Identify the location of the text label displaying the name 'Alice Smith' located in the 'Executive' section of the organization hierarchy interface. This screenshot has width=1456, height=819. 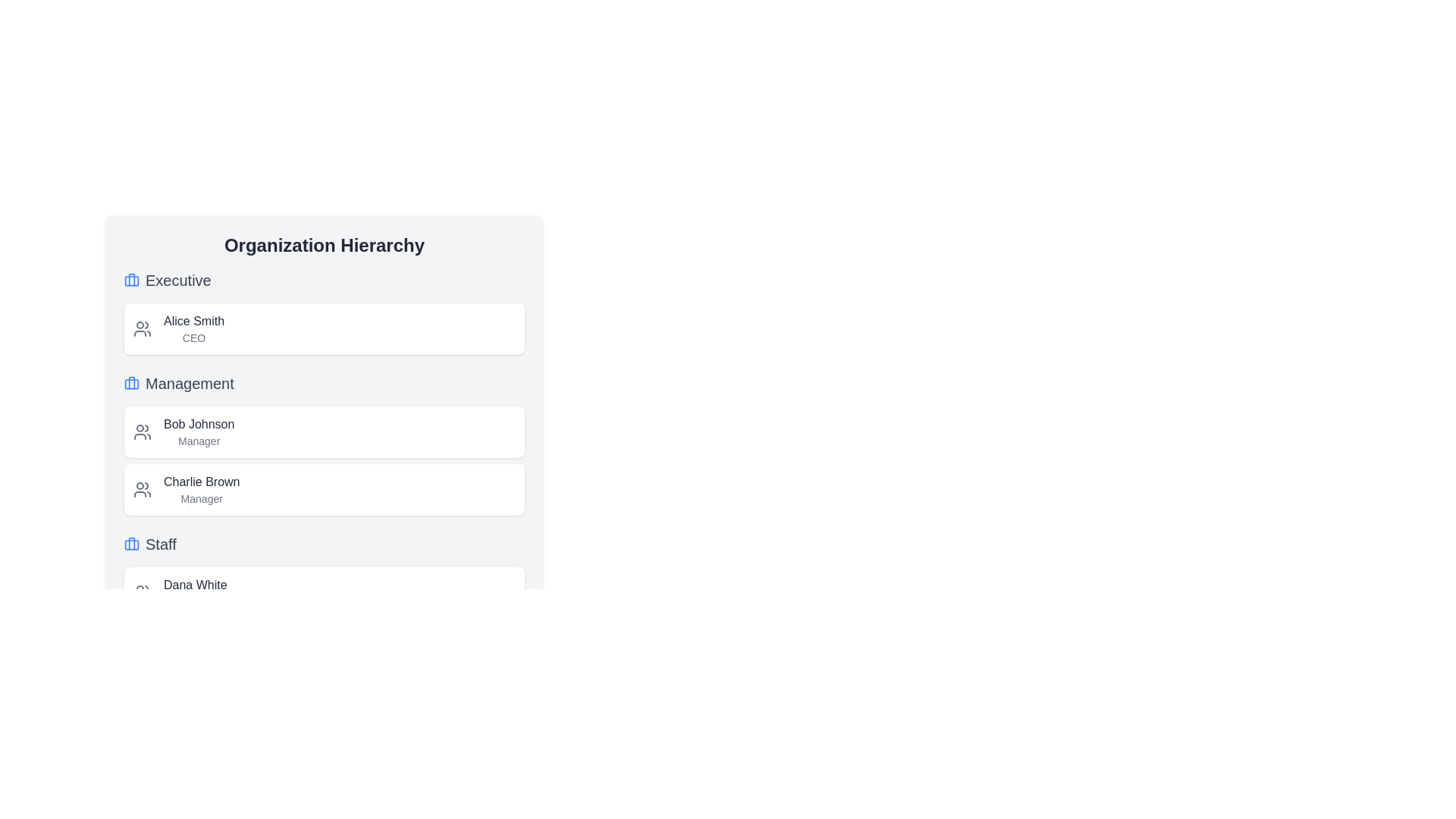
(193, 321).